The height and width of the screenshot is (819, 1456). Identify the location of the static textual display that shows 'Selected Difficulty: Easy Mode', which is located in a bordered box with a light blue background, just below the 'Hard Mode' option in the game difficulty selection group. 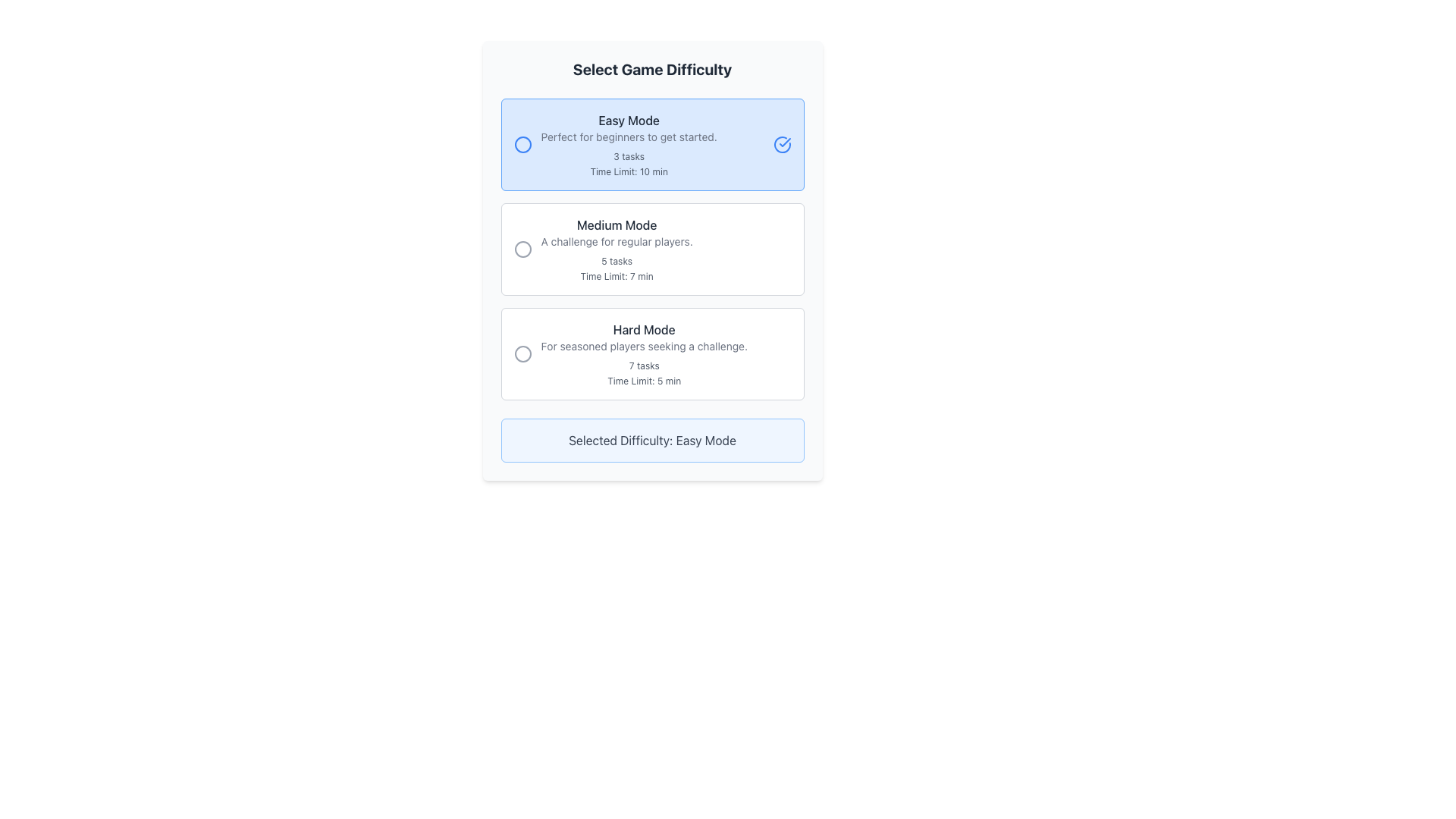
(652, 441).